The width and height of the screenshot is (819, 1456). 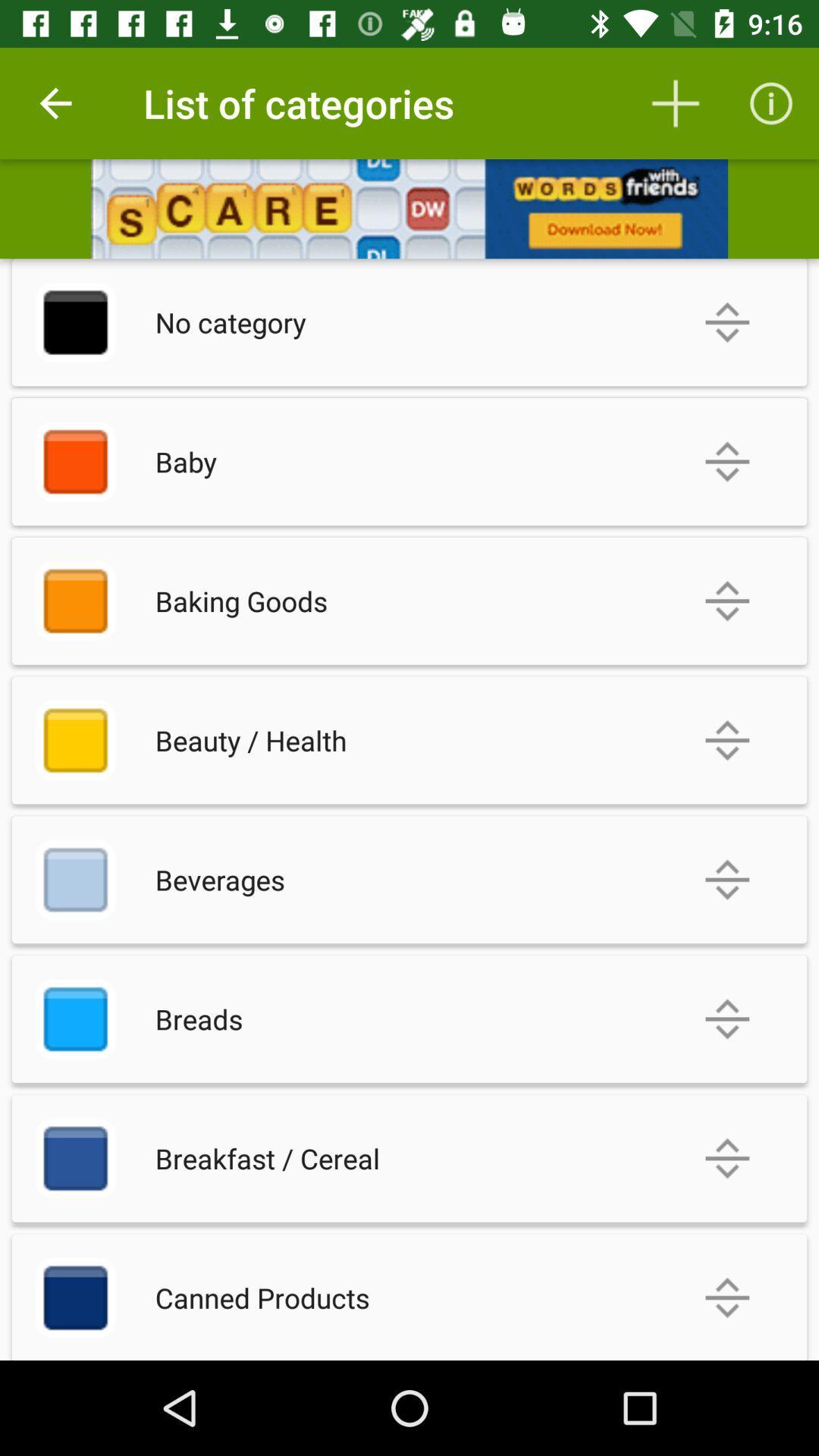 What do you see at coordinates (409, 208) in the screenshot?
I see `advertisement` at bounding box center [409, 208].